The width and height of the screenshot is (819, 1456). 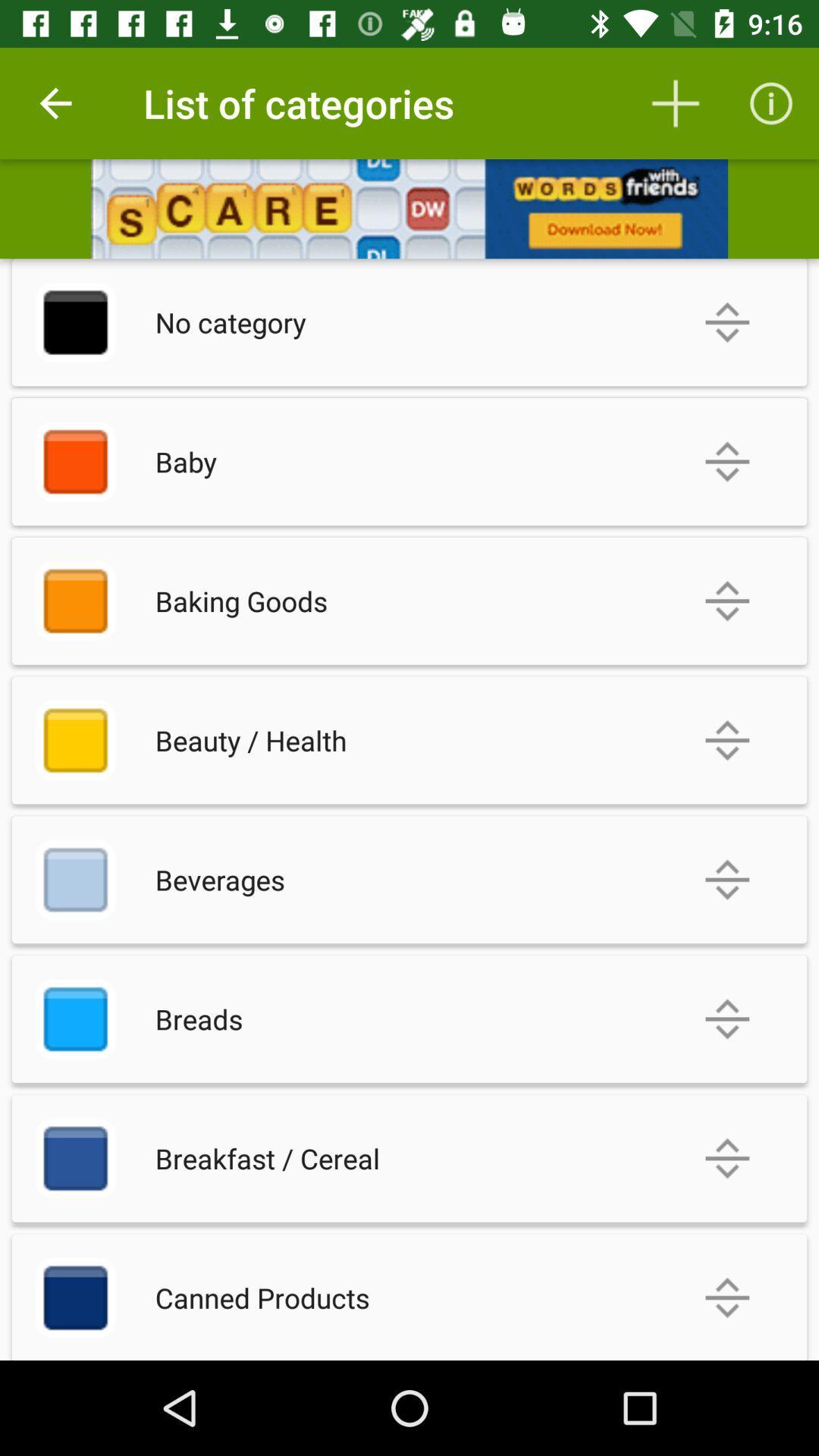 What do you see at coordinates (409, 208) in the screenshot?
I see `advertisement` at bounding box center [409, 208].